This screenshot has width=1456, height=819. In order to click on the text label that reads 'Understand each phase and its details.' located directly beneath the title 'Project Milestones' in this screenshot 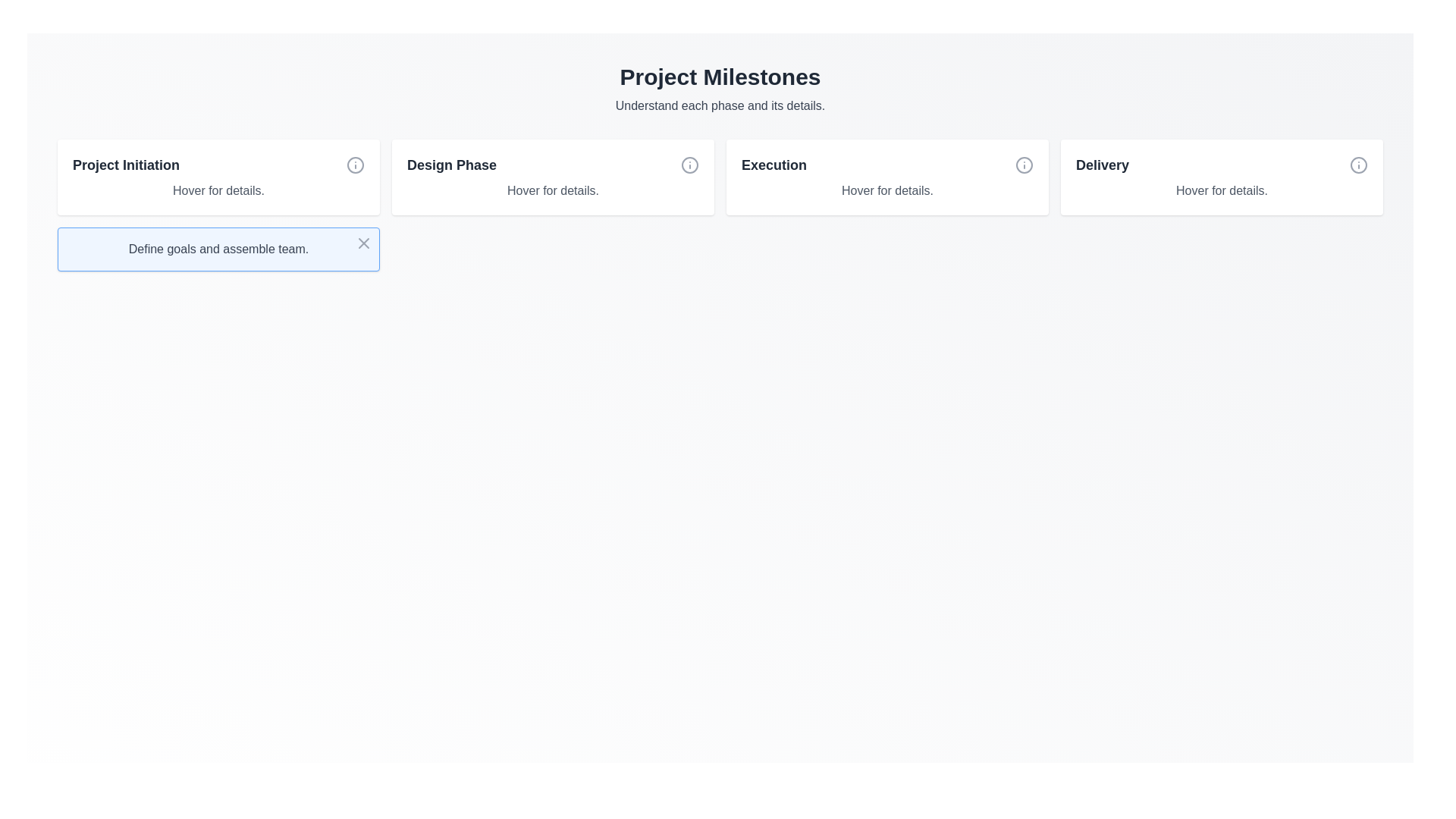, I will do `click(720, 105)`.